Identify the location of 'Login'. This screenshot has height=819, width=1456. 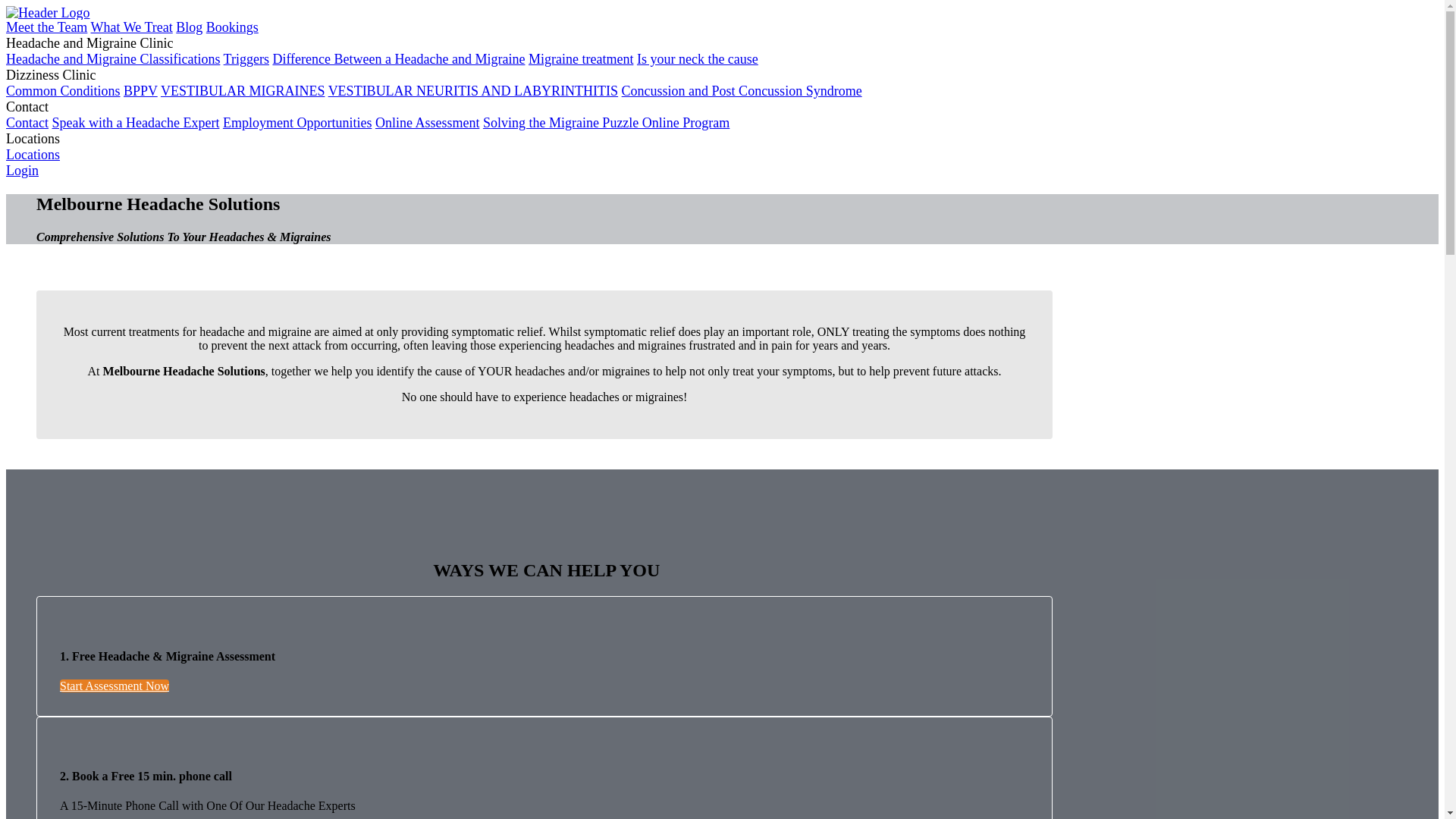
(22, 170).